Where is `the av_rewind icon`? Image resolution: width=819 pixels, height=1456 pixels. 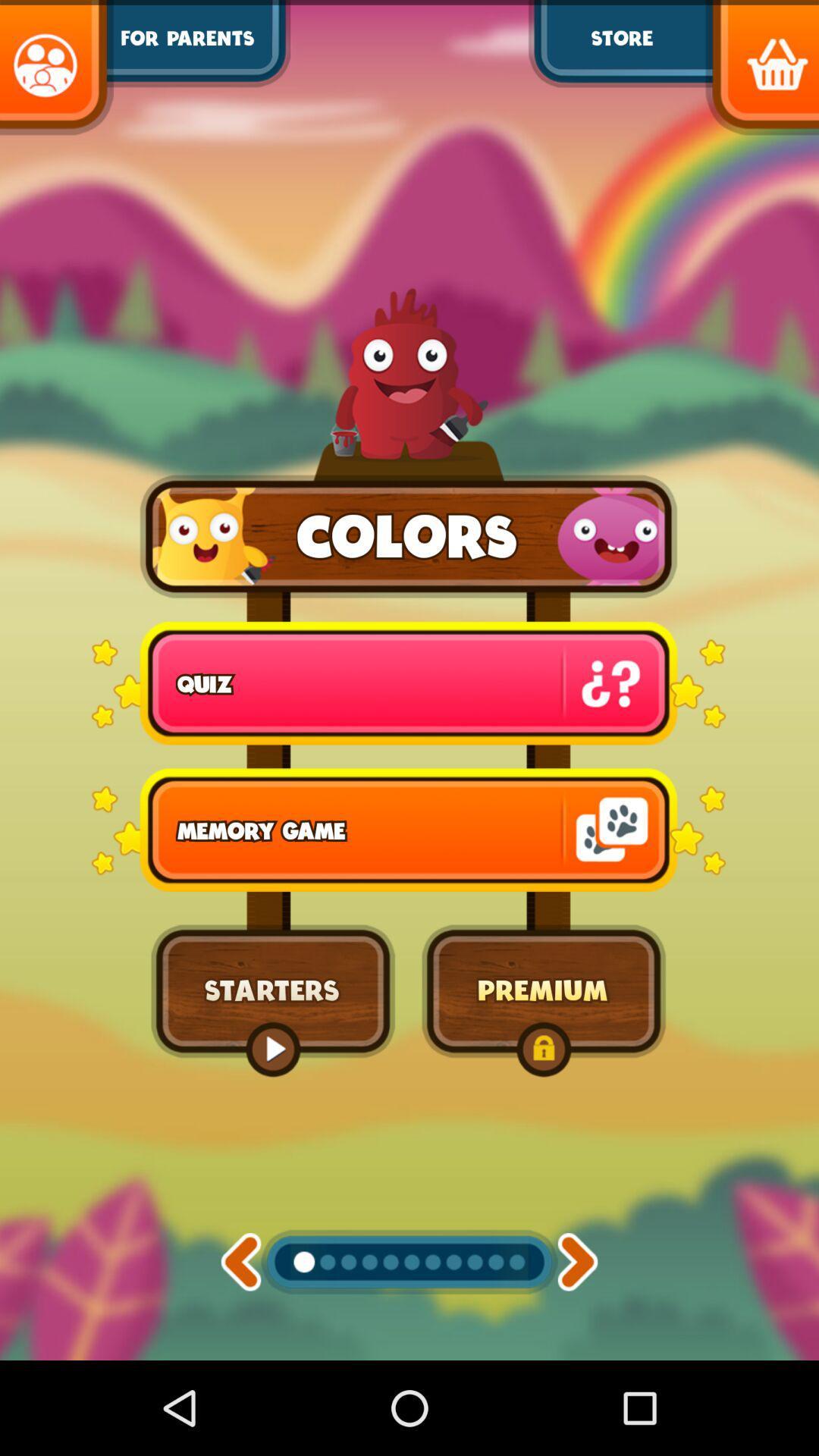 the av_rewind icon is located at coordinates (240, 1351).